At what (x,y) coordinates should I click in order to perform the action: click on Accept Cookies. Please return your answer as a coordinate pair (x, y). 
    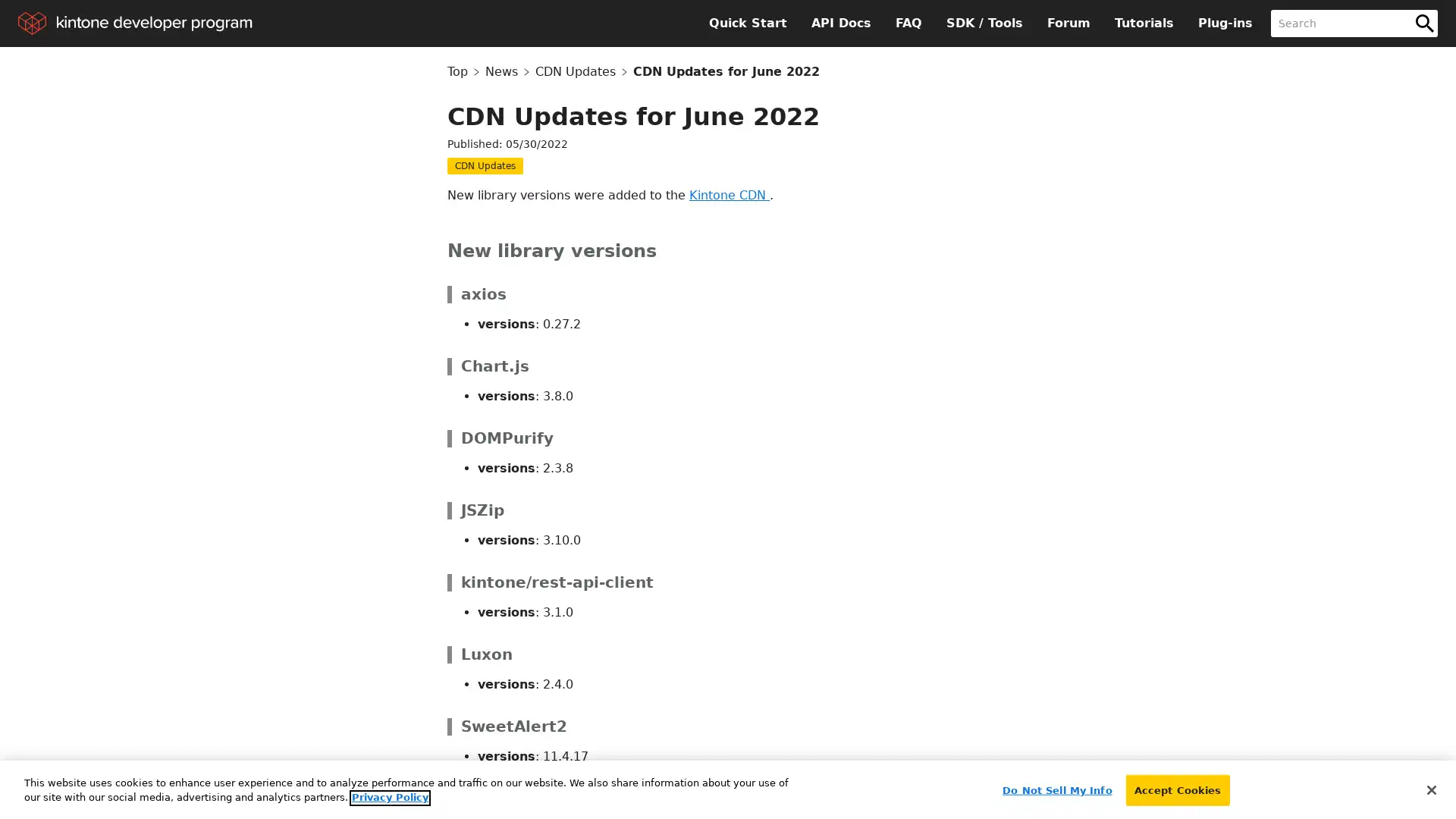
    Looking at the image, I should click on (1176, 786).